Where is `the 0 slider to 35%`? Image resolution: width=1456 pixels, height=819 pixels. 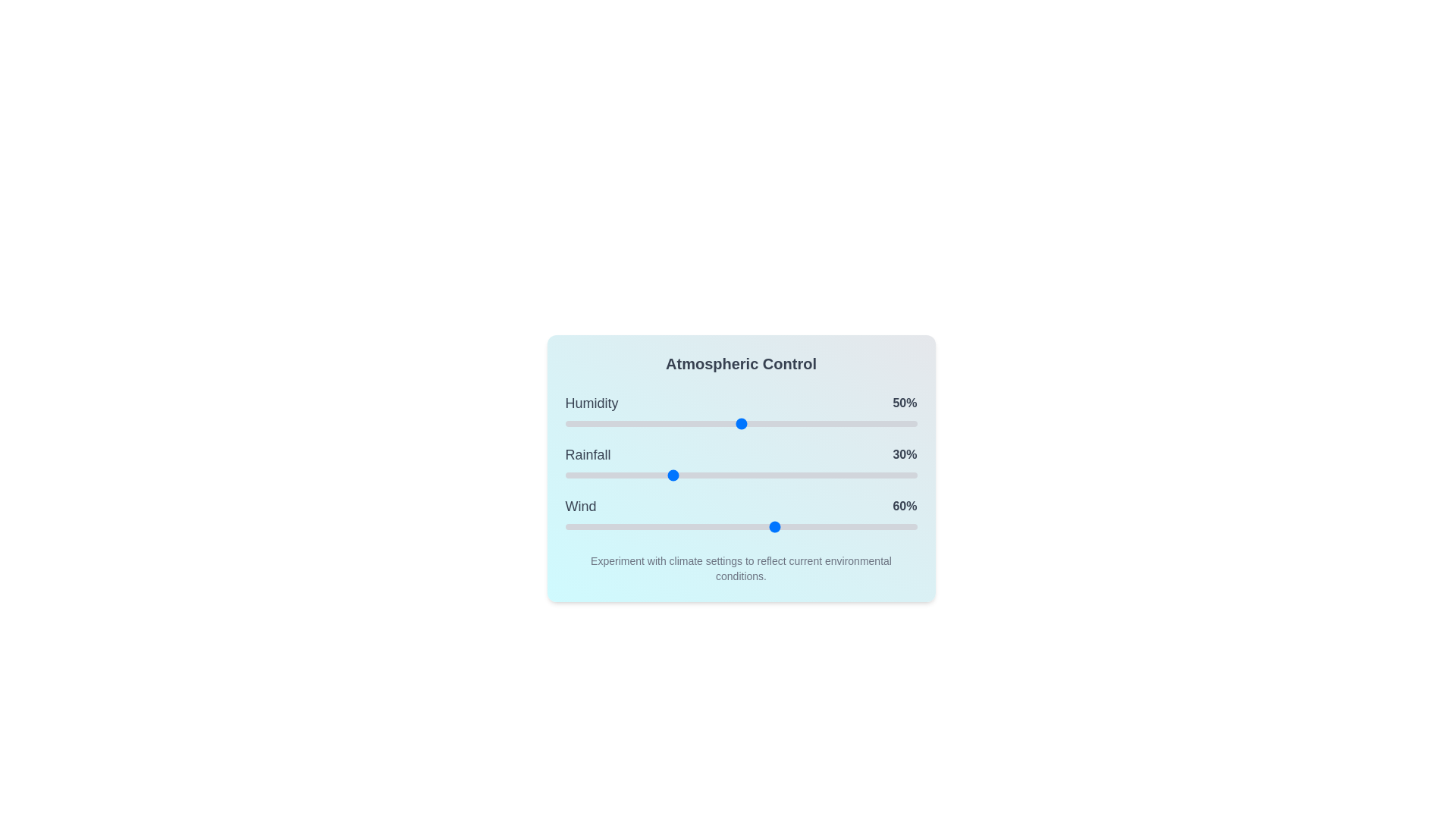 the 0 slider to 35% is located at coordinates (687, 424).